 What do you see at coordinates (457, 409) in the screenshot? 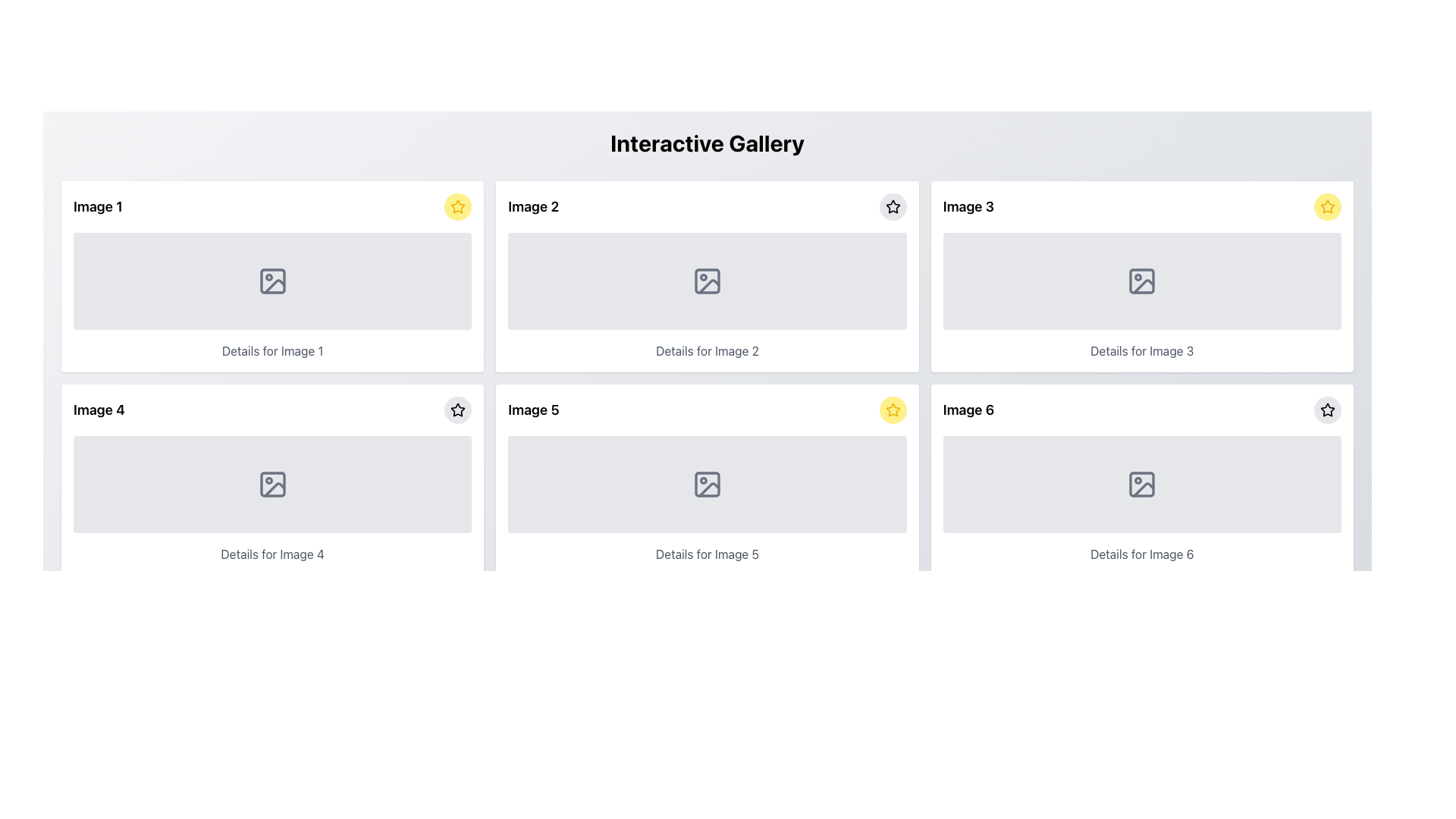
I see `the button located in the top-right corner of the 'Image 4' section` at bounding box center [457, 409].